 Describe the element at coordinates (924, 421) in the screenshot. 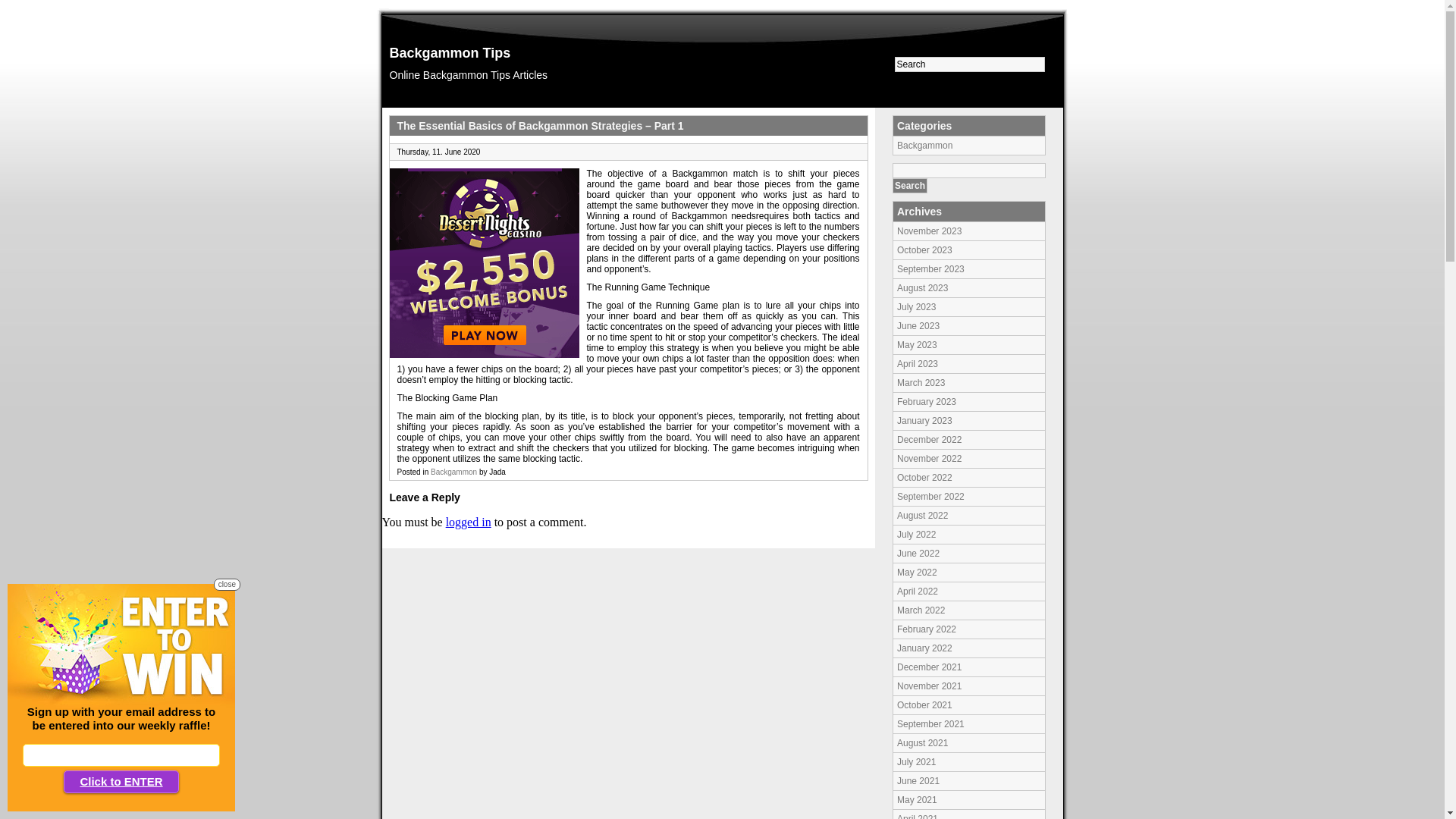

I see `'January 2023'` at that location.